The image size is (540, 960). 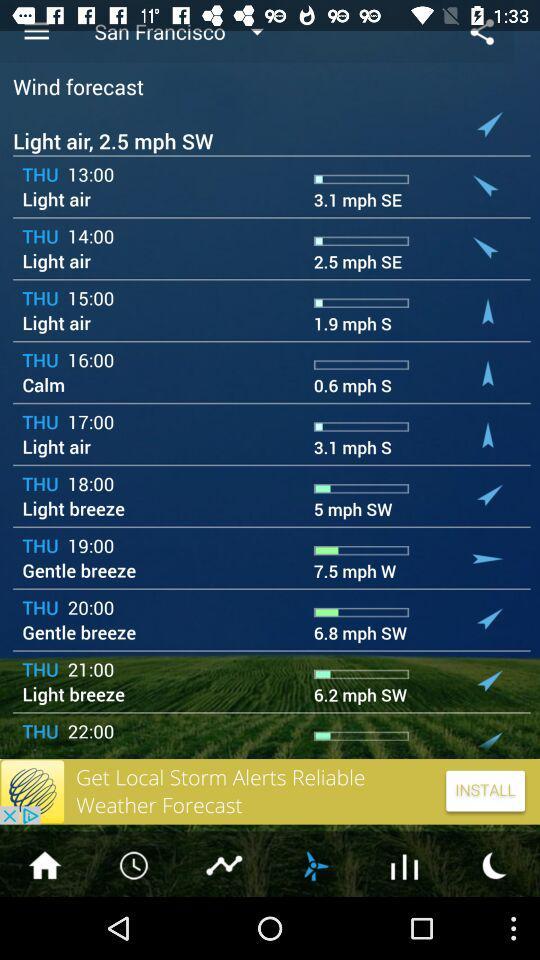 What do you see at coordinates (135, 925) in the screenshot?
I see `the time icon` at bounding box center [135, 925].